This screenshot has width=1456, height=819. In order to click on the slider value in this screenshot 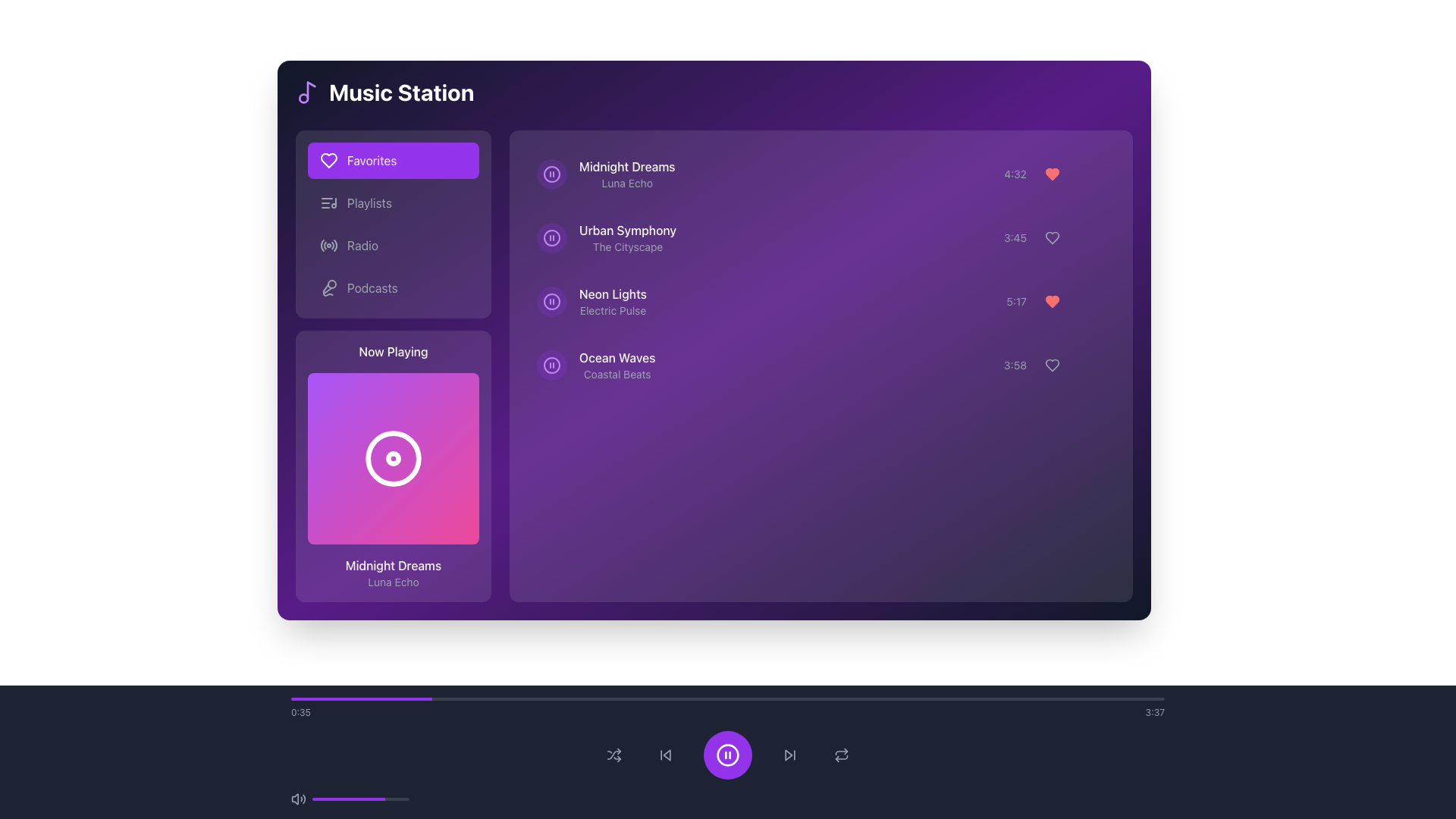, I will do `click(385, 798)`.